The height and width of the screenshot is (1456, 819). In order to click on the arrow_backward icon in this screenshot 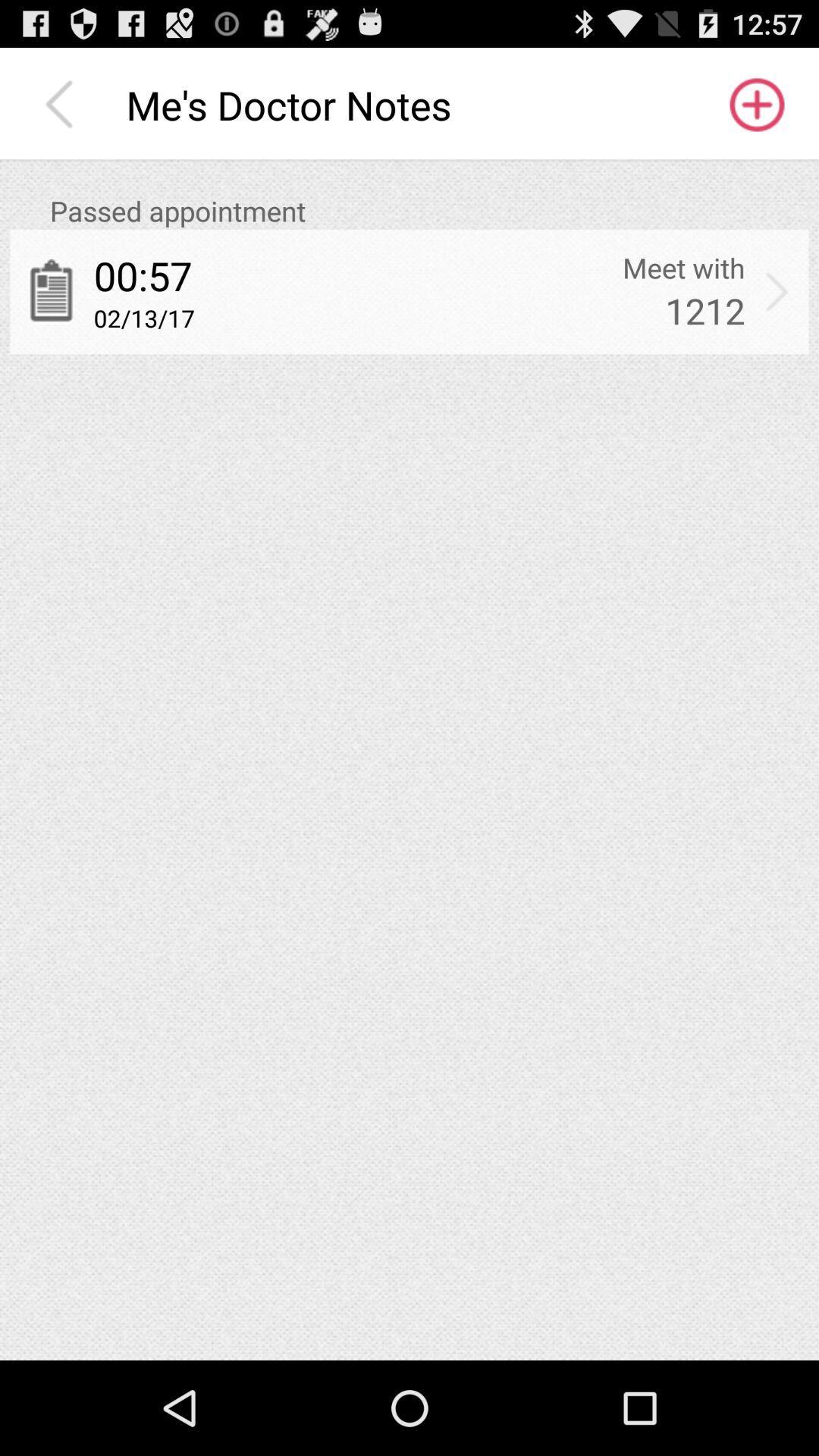, I will do `click(62, 111)`.